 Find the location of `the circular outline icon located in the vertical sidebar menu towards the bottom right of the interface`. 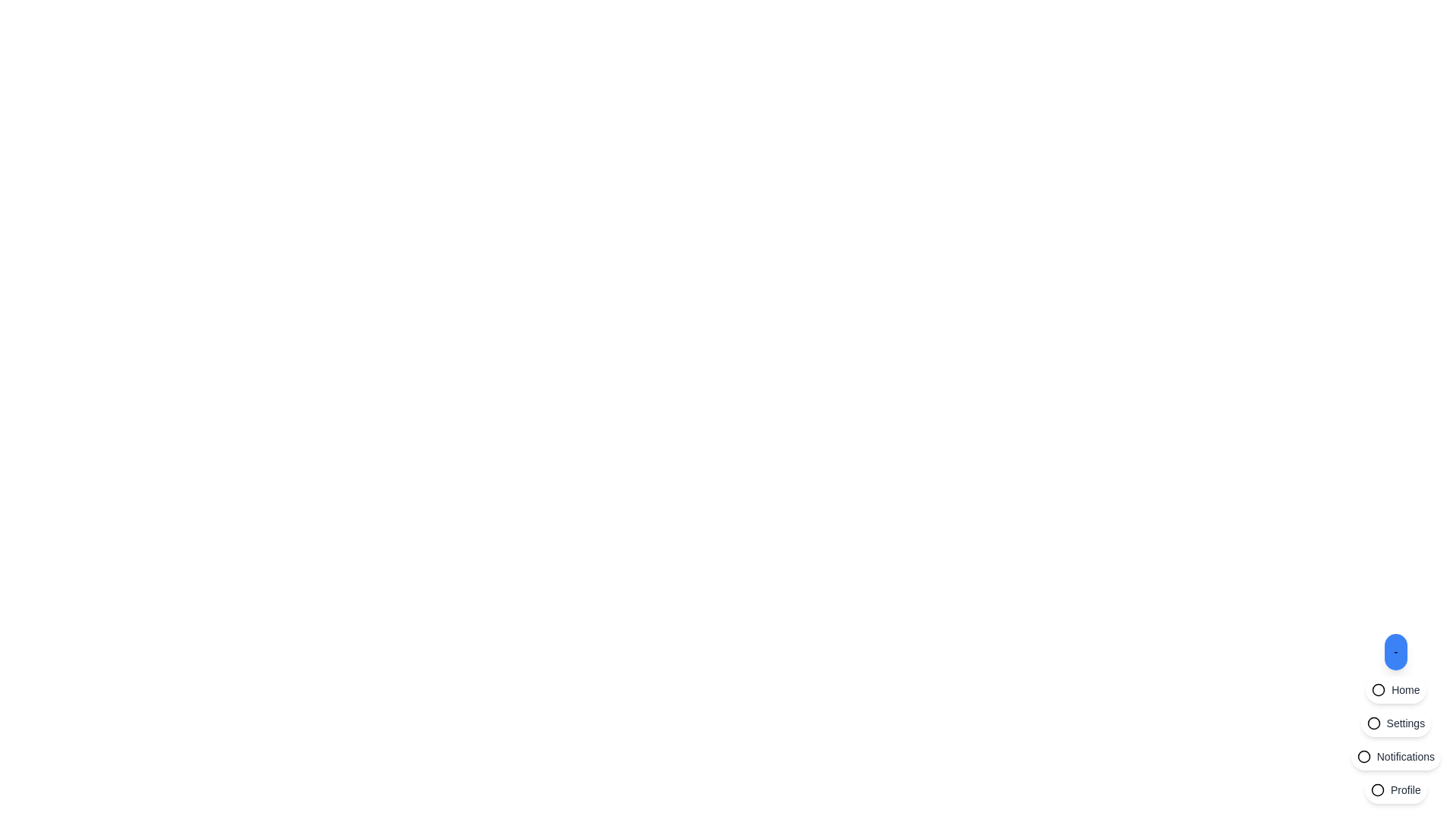

the circular outline icon located in the vertical sidebar menu towards the bottom right of the interface is located at coordinates (1373, 722).